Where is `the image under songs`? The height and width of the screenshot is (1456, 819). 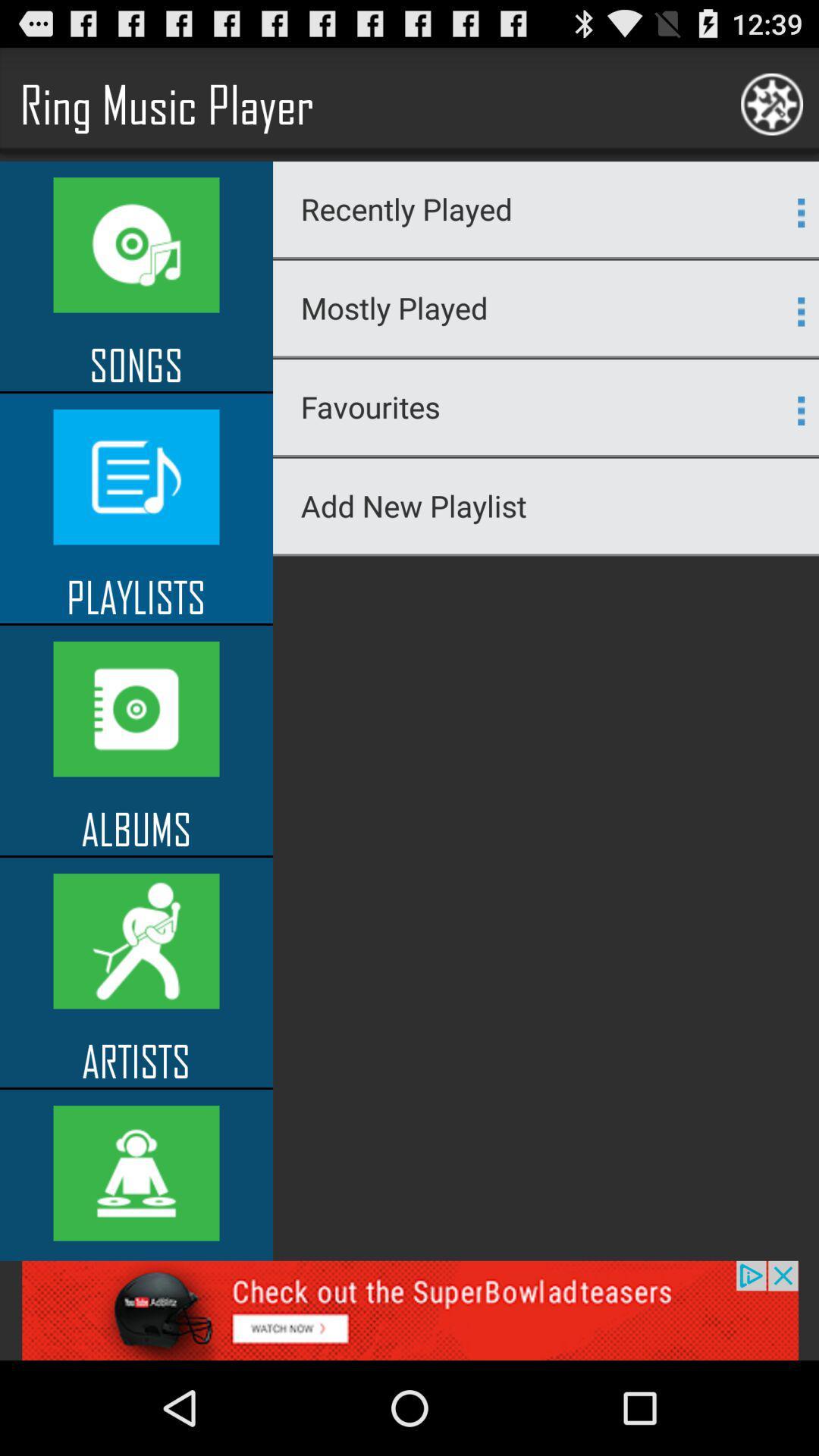 the image under songs is located at coordinates (136, 476).